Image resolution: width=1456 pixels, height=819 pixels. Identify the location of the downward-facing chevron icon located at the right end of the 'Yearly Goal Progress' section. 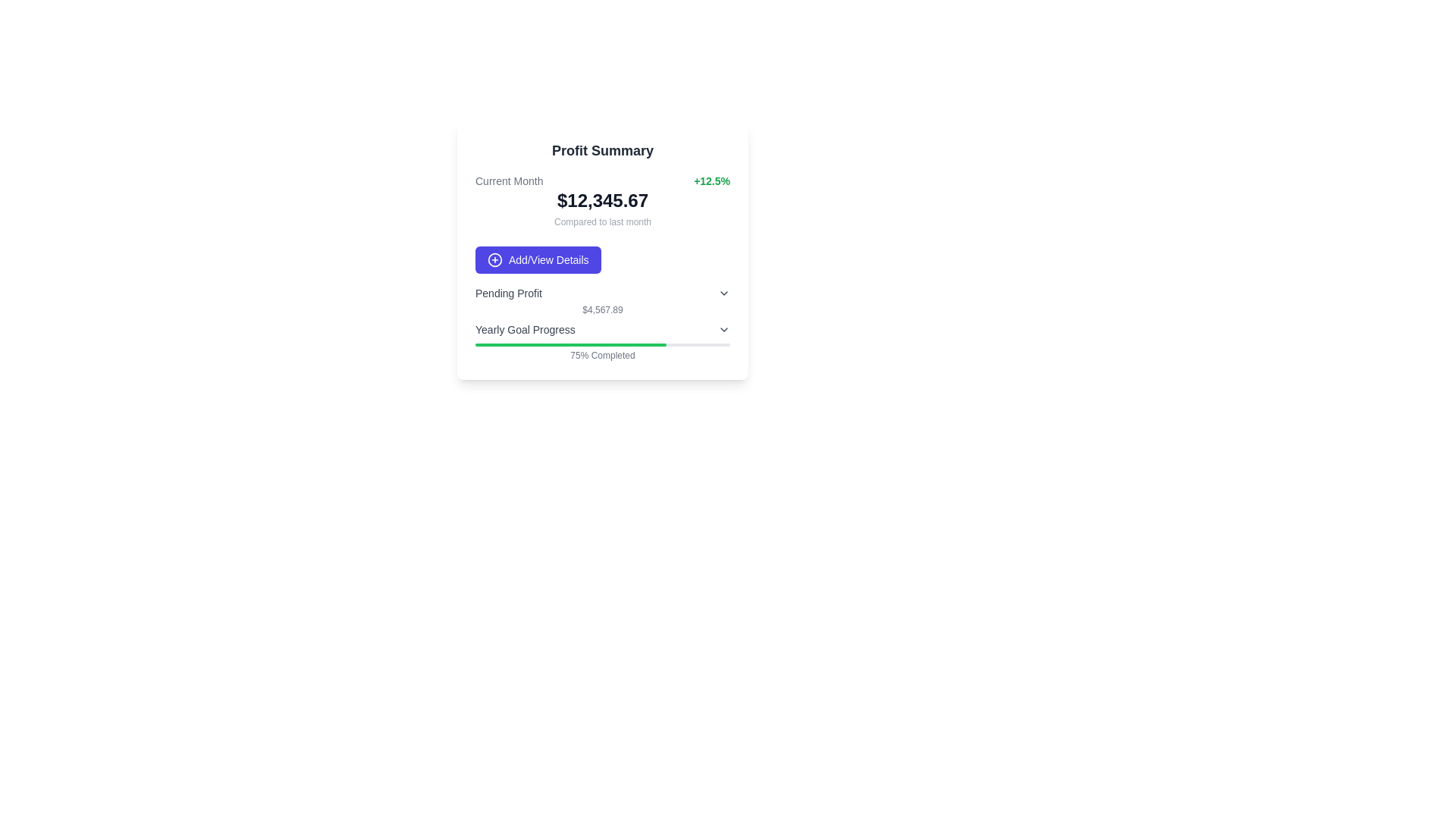
(723, 329).